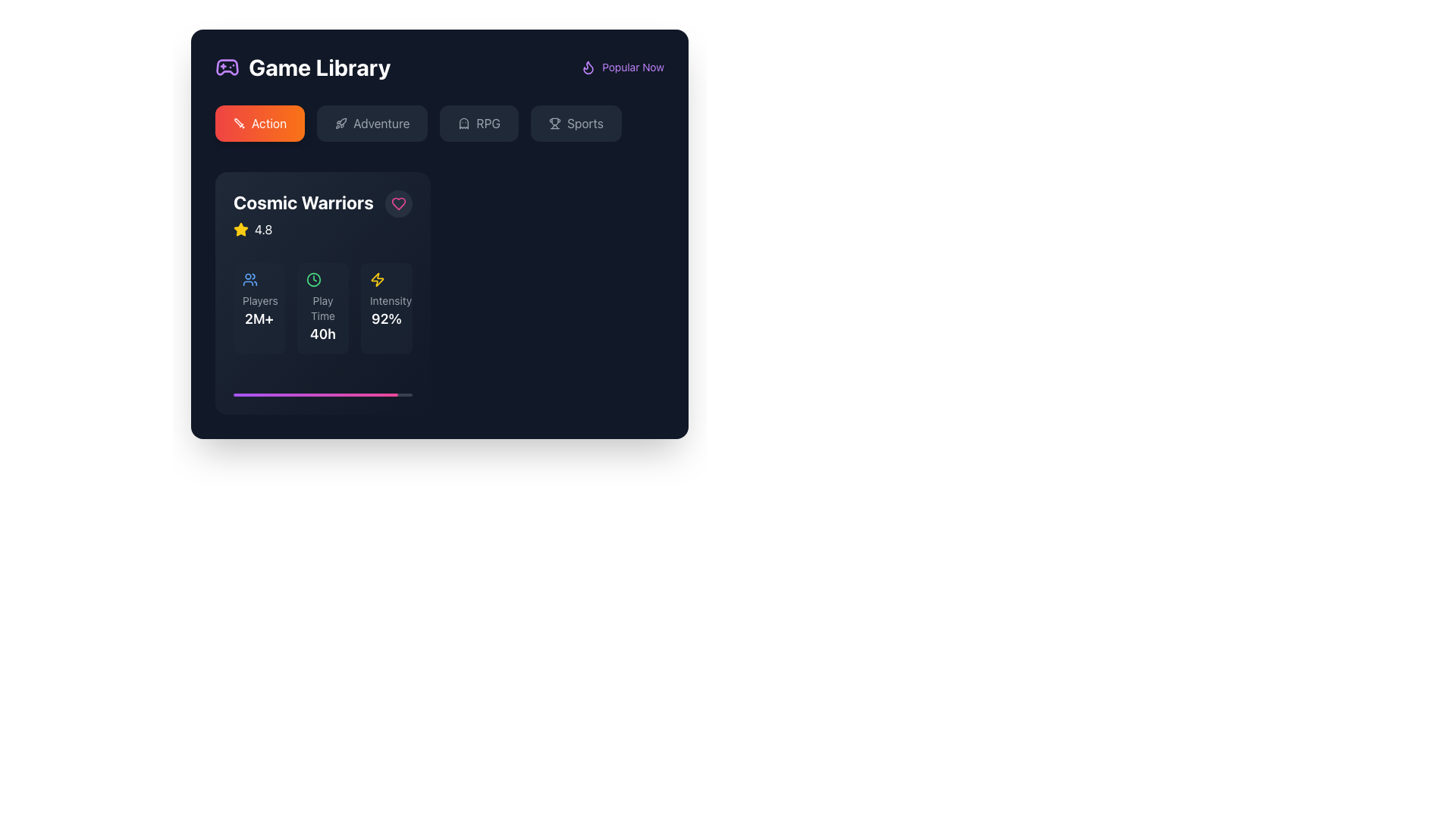  What do you see at coordinates (240, 230) in the screenshot?
I see `the yellow star icon representing the rating feature located to the left of the text '4.8' for the game 'Cosmic Warriors'` at bounding box center [240, 230].